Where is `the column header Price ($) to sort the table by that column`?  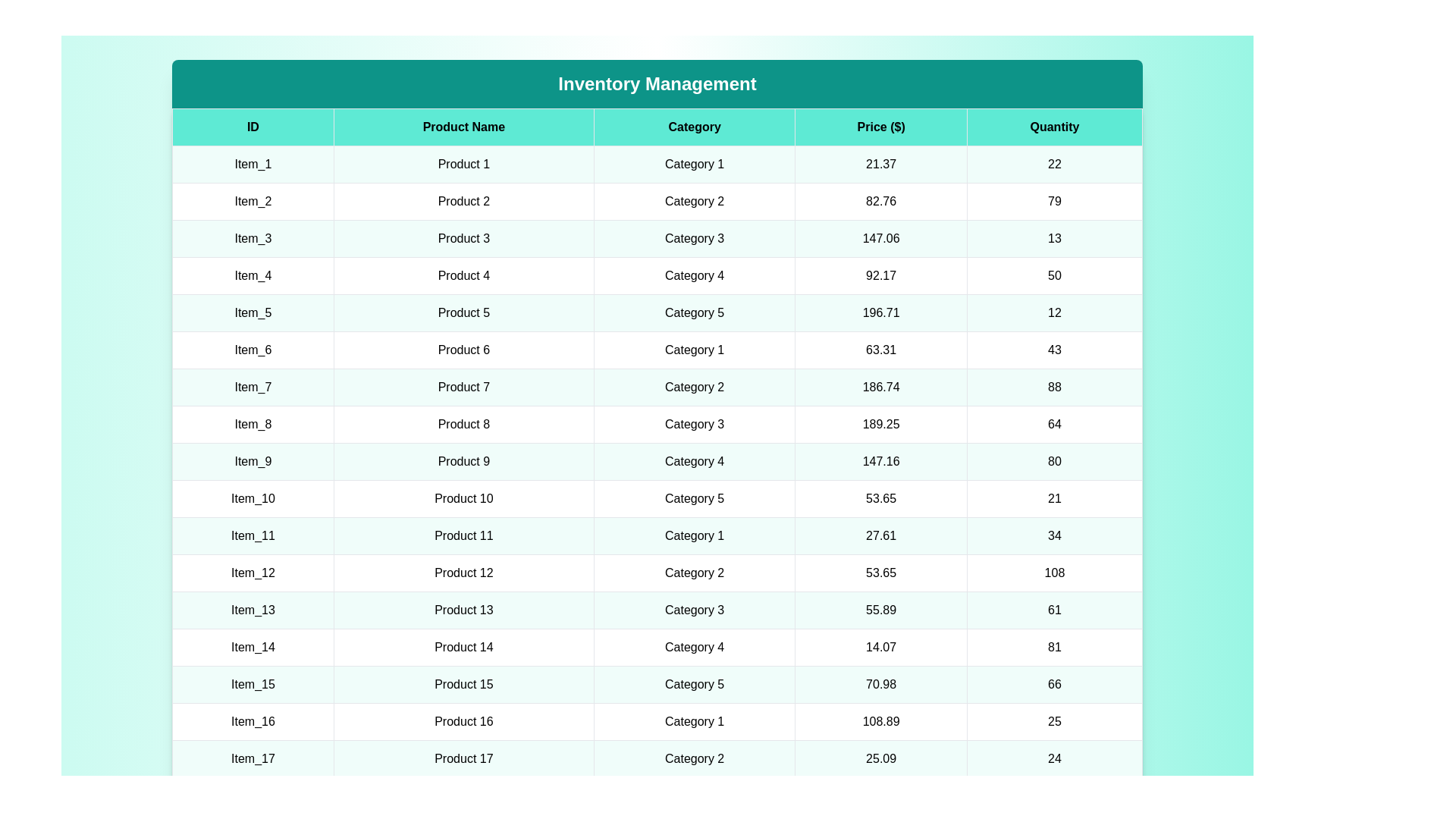
the column header Price ($) to sort the table by that column is located at coordinates (881, 127).